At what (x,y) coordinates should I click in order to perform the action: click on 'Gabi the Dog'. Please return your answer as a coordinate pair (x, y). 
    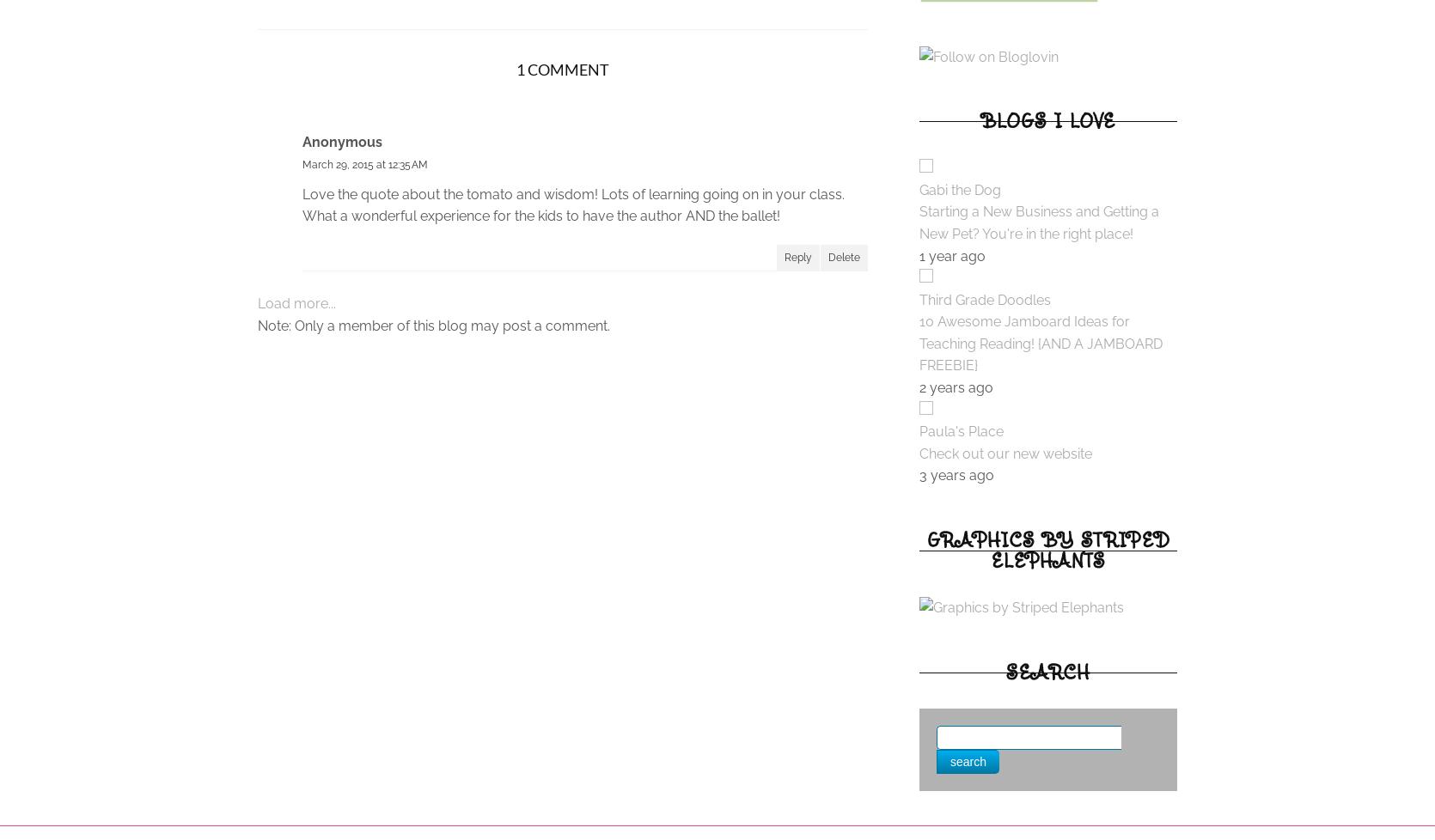
    Looking at the image, I should click on (959, 189).